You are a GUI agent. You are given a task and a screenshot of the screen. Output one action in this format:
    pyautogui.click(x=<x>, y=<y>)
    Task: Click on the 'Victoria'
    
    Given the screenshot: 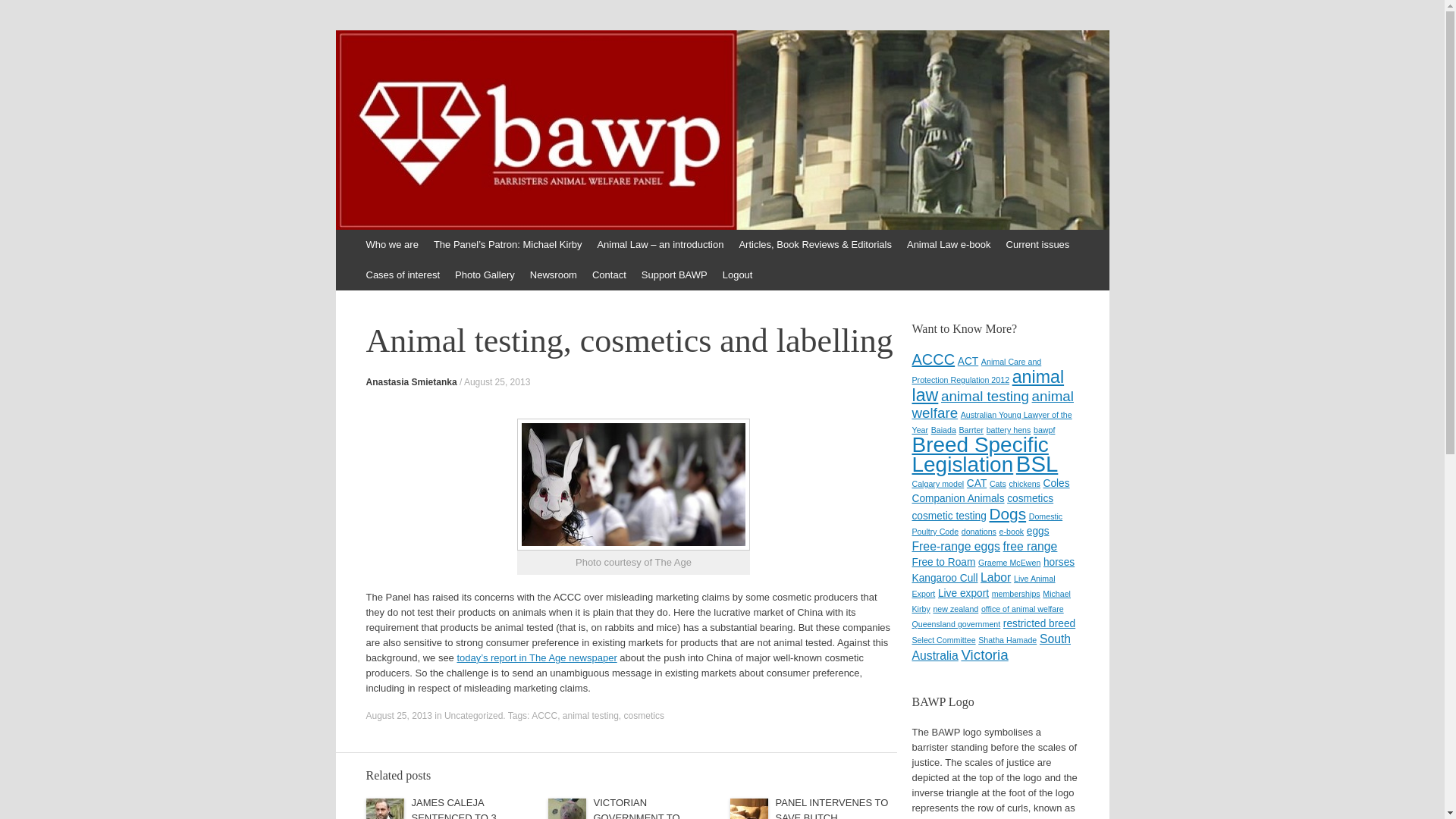 What is the action you would take?
    pyautogui.click(x=984, y=654)
    